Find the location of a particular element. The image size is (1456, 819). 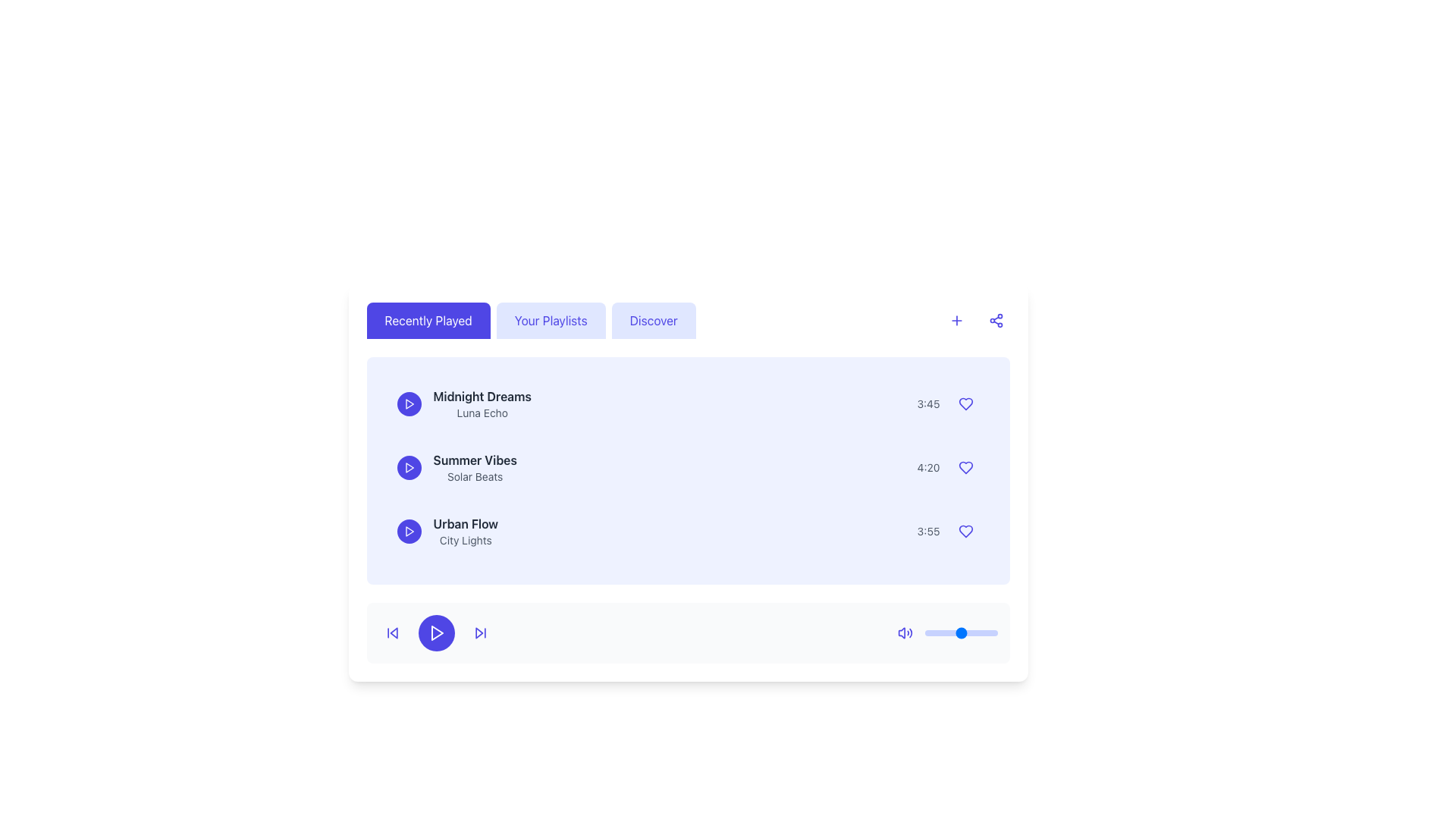

the button with a share icon is located at coordinates (996, 320).